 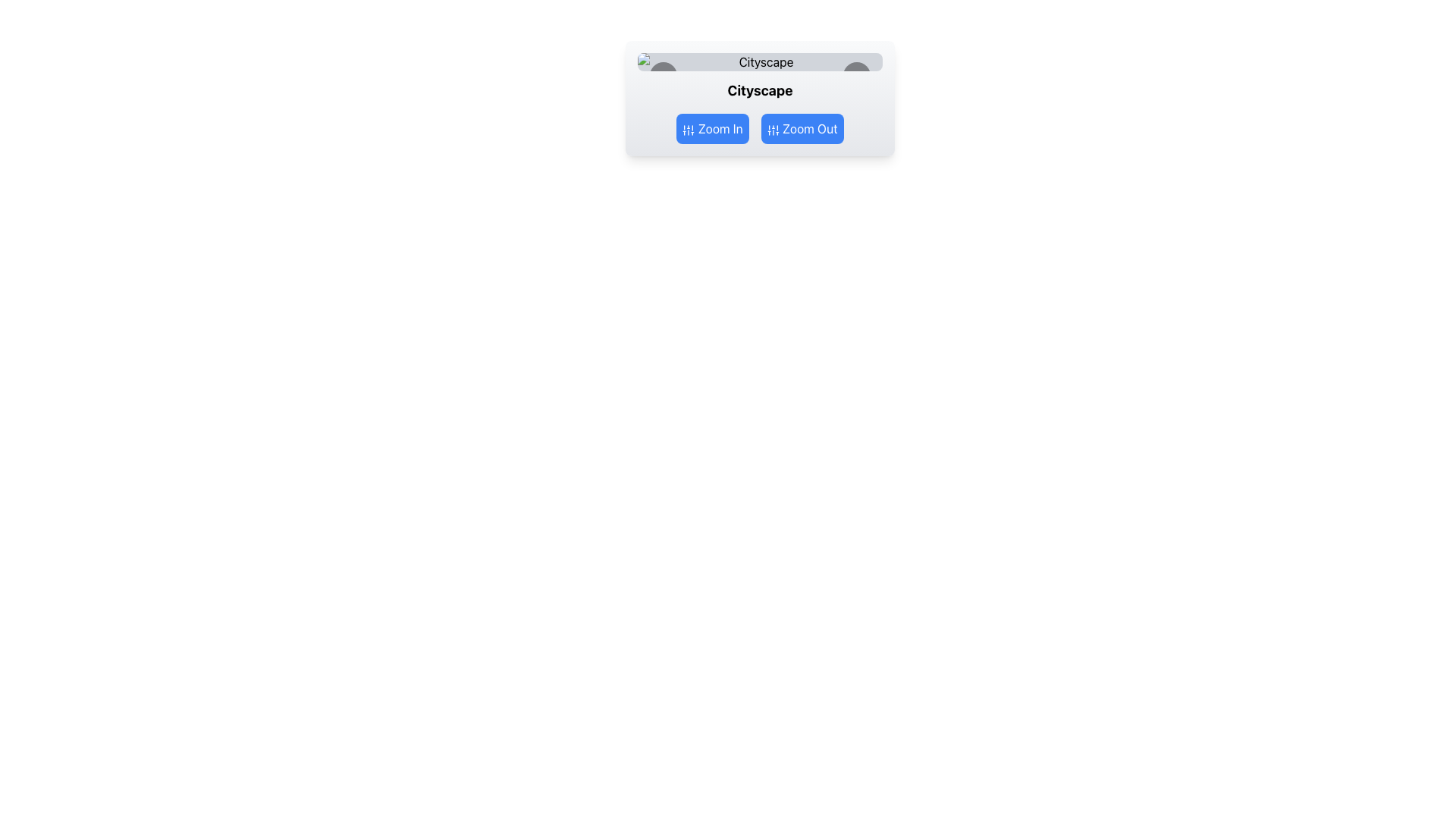 I want to click on the blue SVG icon representing the settings symbol located to the left of the 'Zoom Out' text inside the blue button, so click(x=773, y=129).